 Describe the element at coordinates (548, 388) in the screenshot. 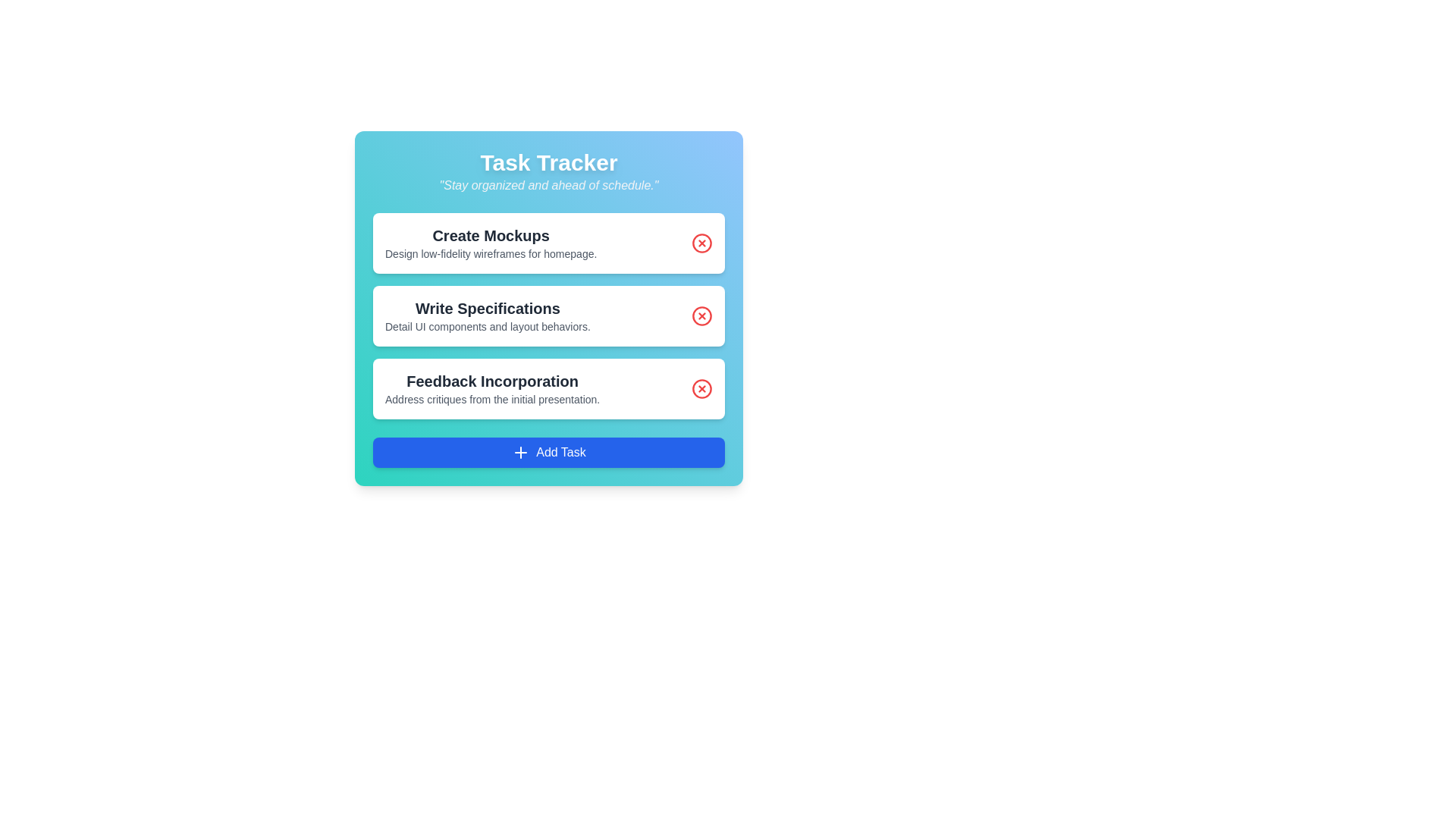

I see `the task titled 'Feedback Incorporation' to read its details` at that location.